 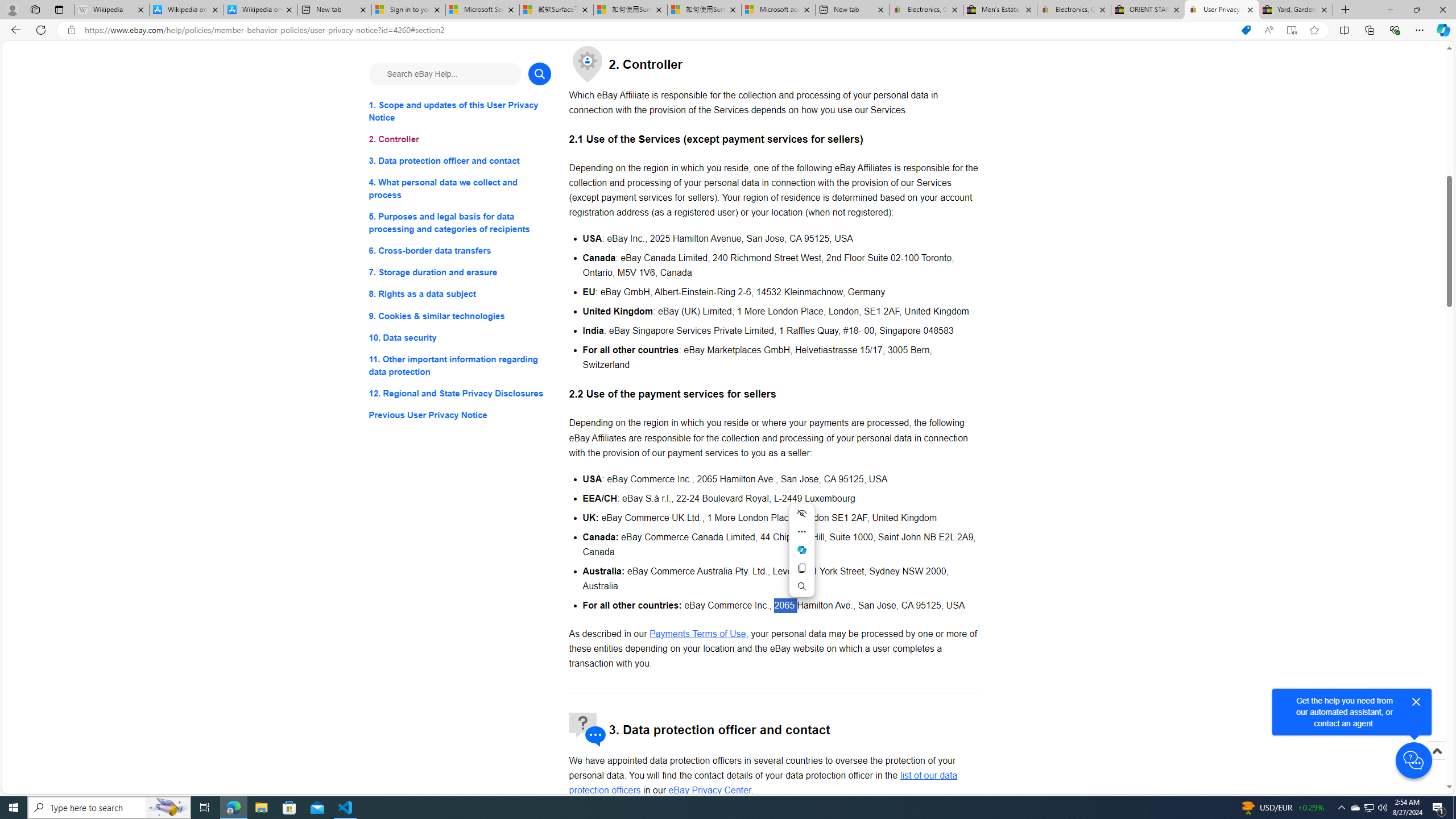 I want to click on 'Previous User Privacy Notice', so click(x=459, y=415).